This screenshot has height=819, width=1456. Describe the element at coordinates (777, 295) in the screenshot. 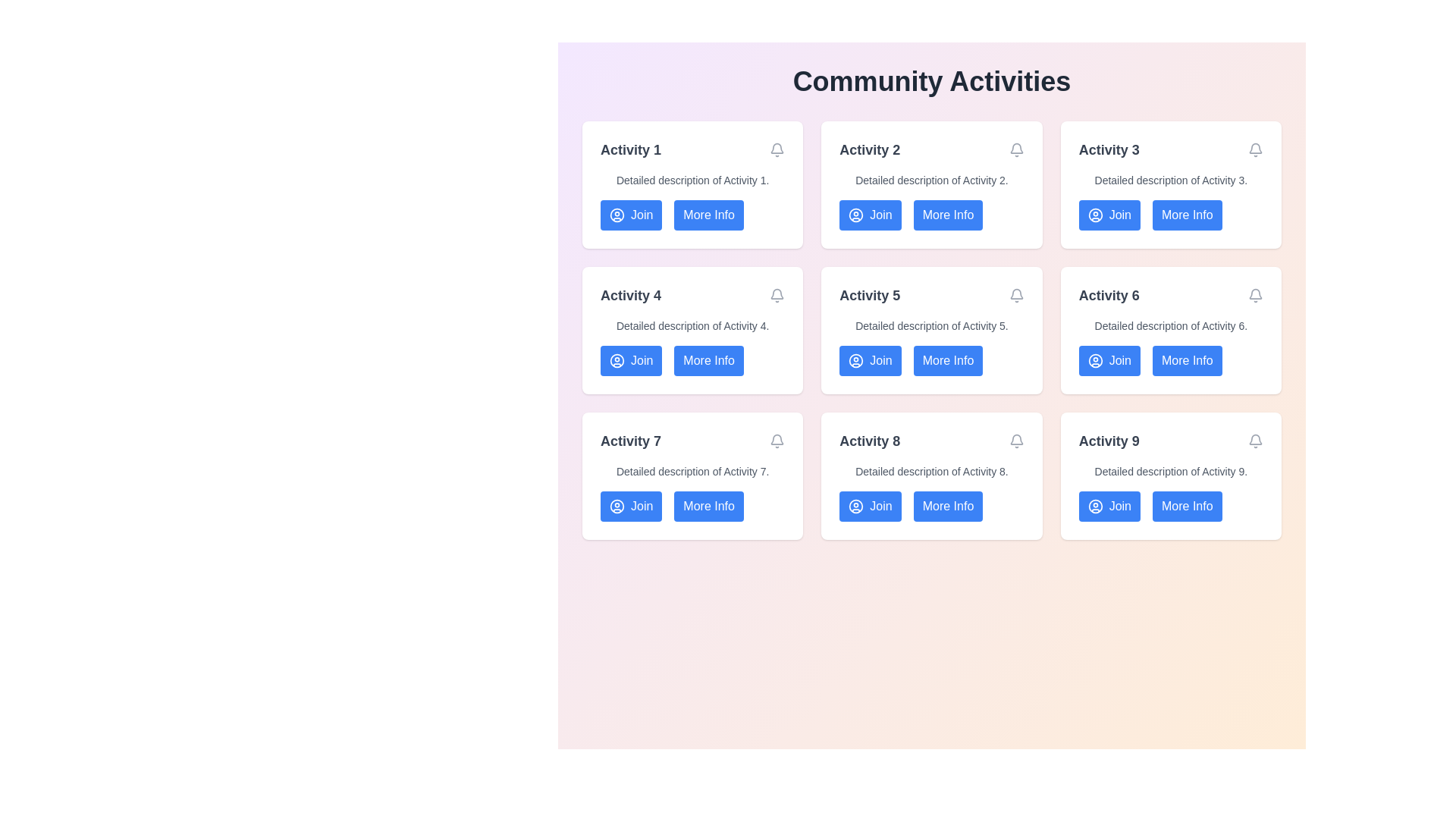

I see `the bell icon located in the top-right corner of the card titled 'Activity 4', which serves as a notification control for toggling notifications on or off` at that location.